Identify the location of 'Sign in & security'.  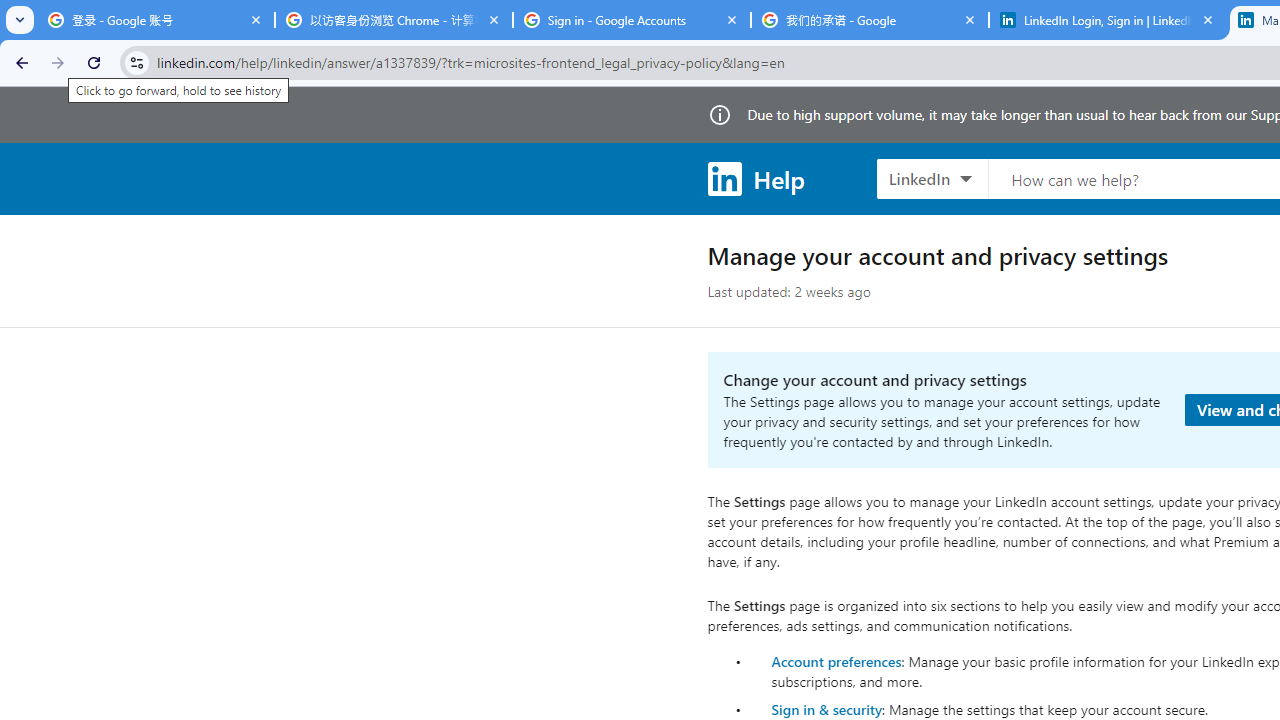
(826, 708).